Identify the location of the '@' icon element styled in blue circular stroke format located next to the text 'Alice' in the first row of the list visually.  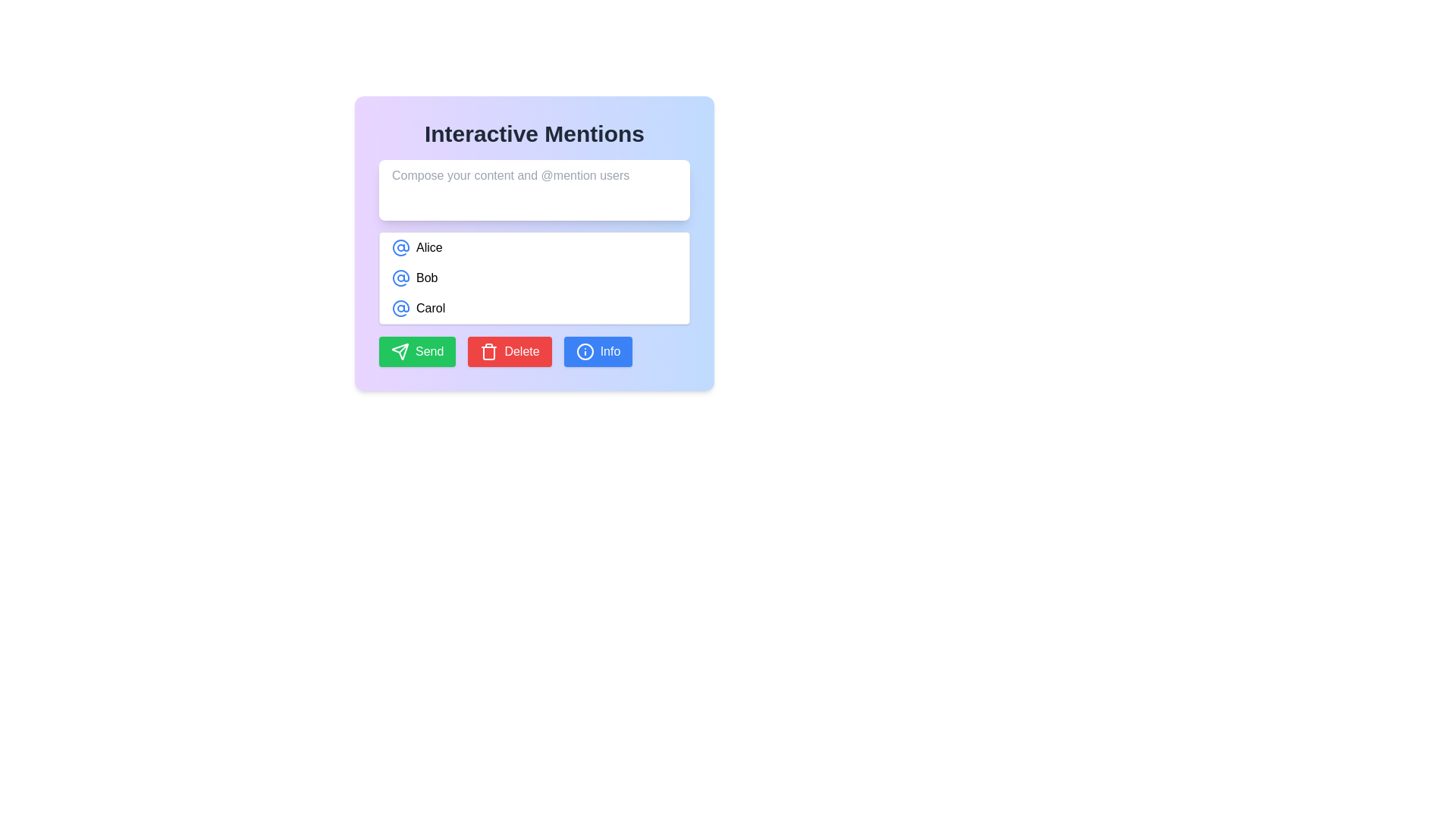
(400, 247).